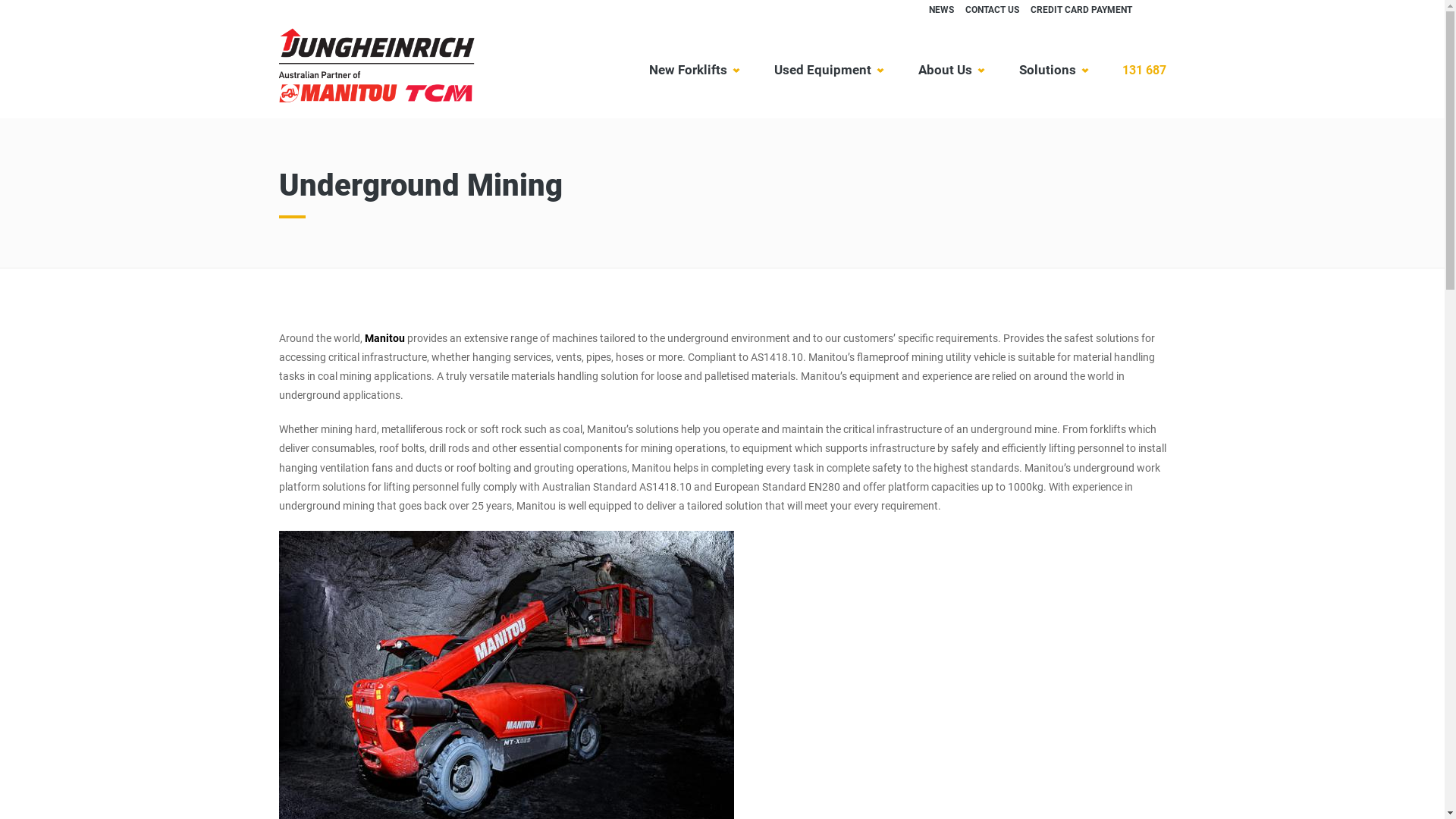 The height and width of the screenshot is (819, 1456). I want to click on 'NEWS', so click(940, 9).